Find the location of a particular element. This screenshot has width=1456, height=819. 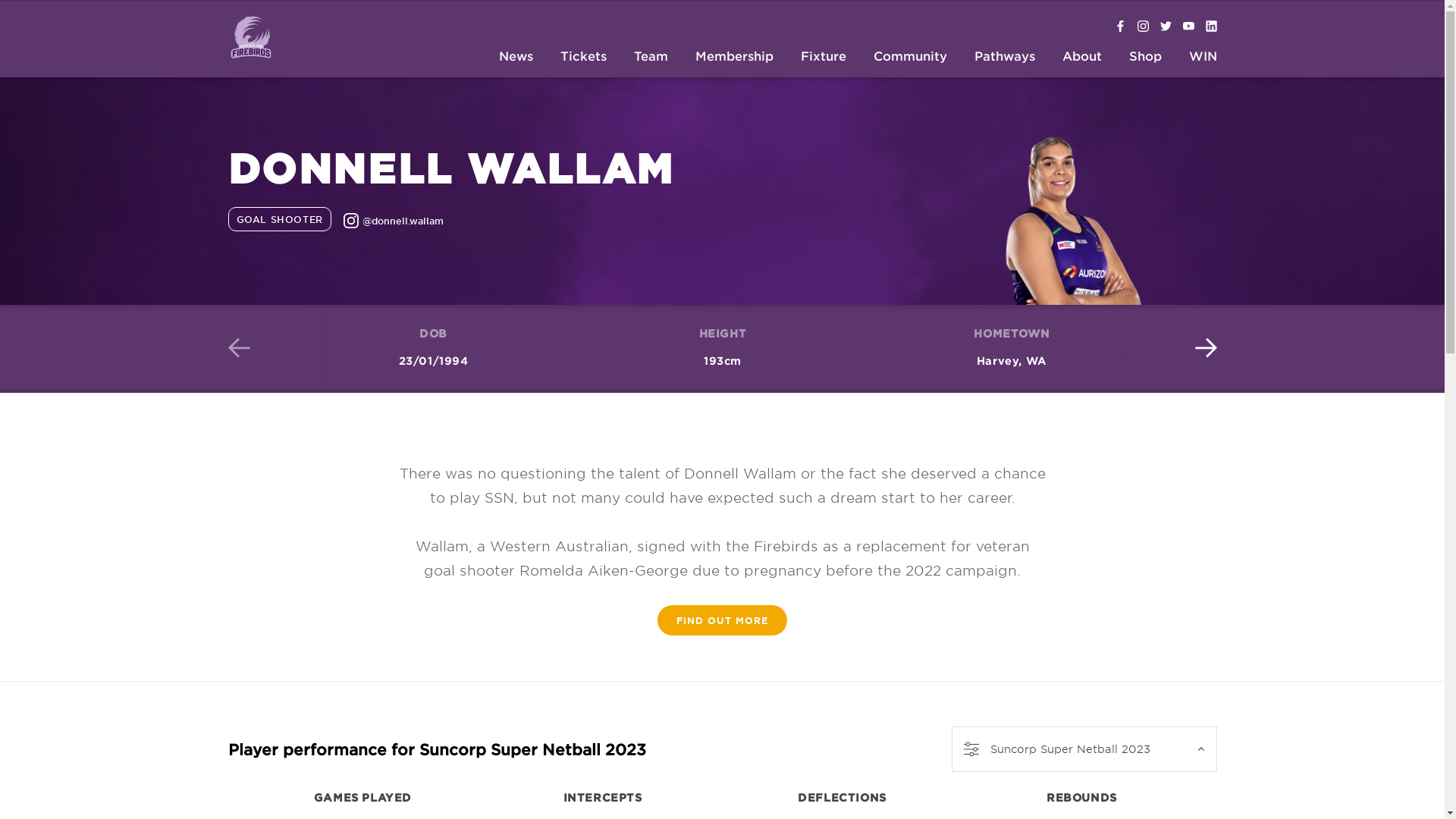

'News' is located at coordinates (515, 57).